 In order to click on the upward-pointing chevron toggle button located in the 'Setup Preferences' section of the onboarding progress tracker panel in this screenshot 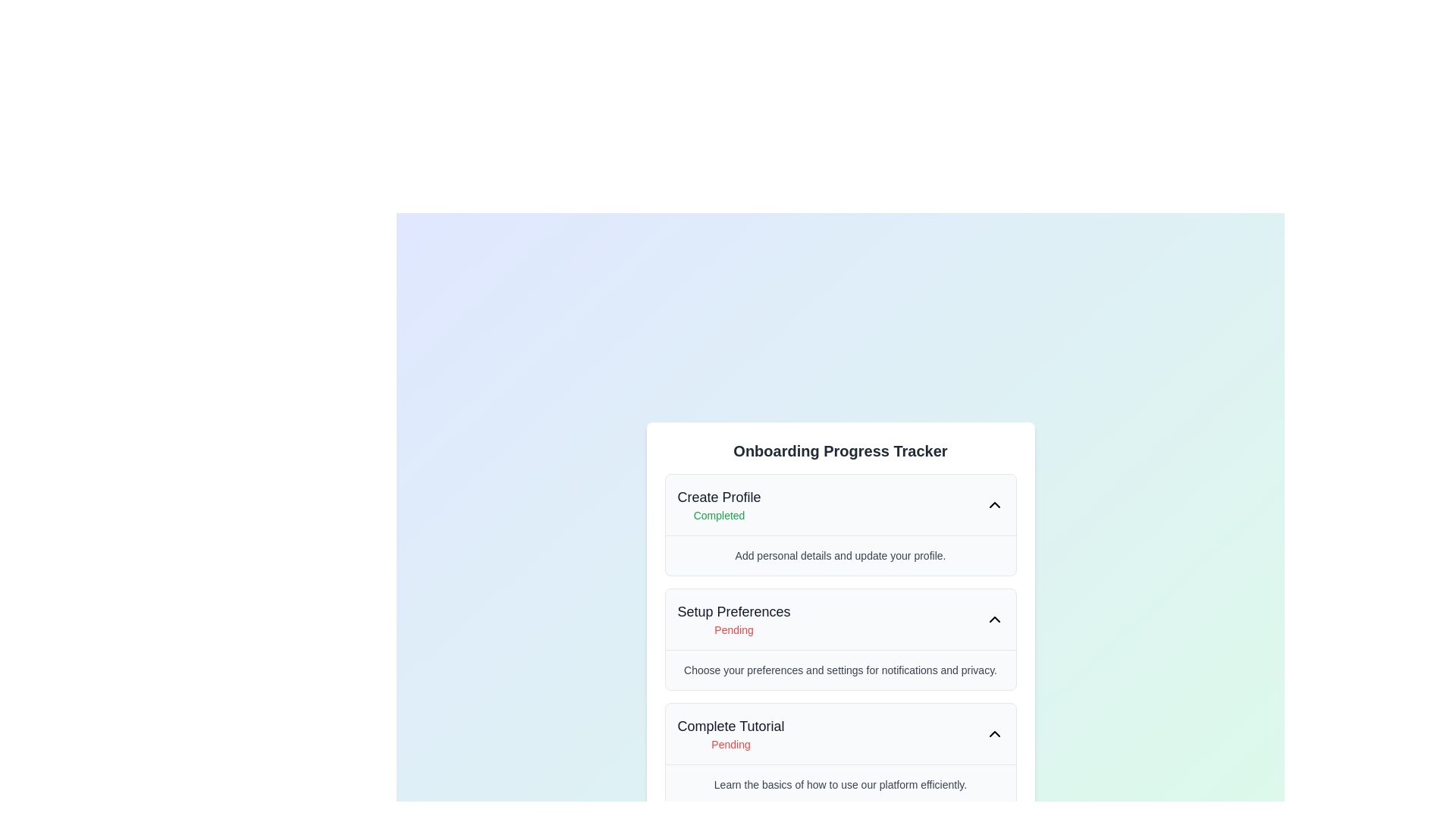, I will do `click(994, 619)`.